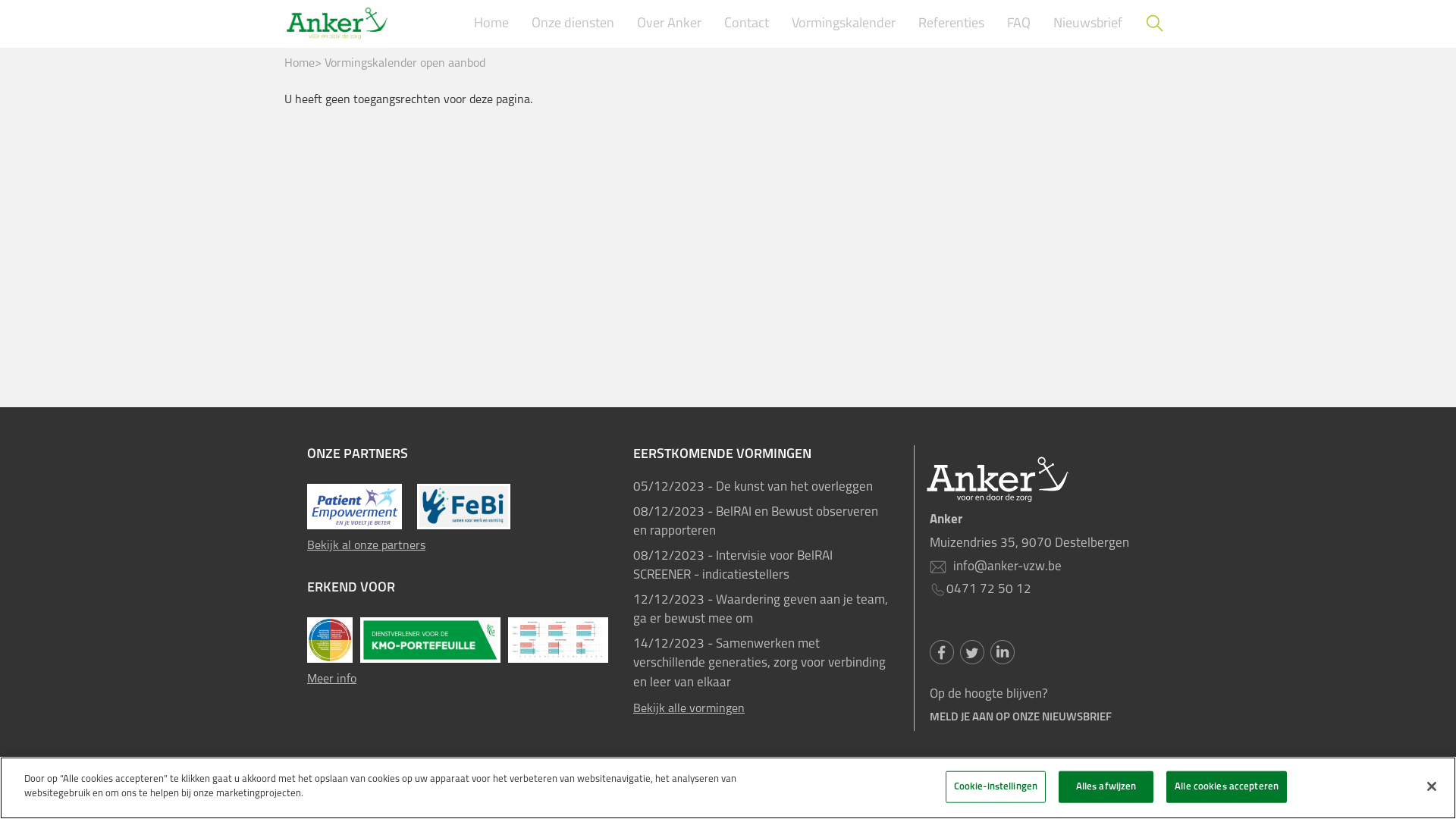 The height and width of the screenshot is (819, 1456). I want to click on '05/12/2023 - De kunst van het overleggen', so click(761, 488).